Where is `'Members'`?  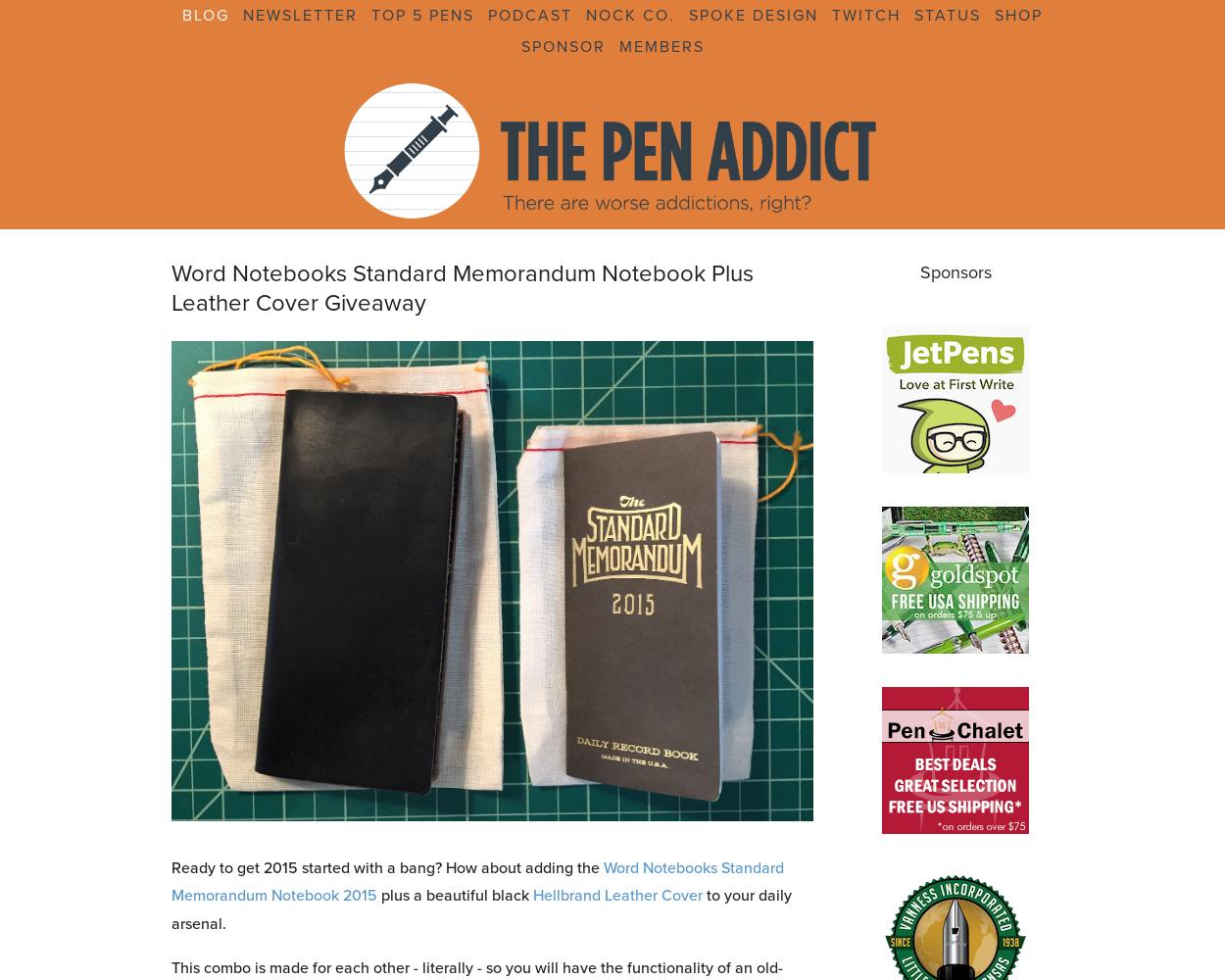 'Members' is located at coordinates (661, 46).